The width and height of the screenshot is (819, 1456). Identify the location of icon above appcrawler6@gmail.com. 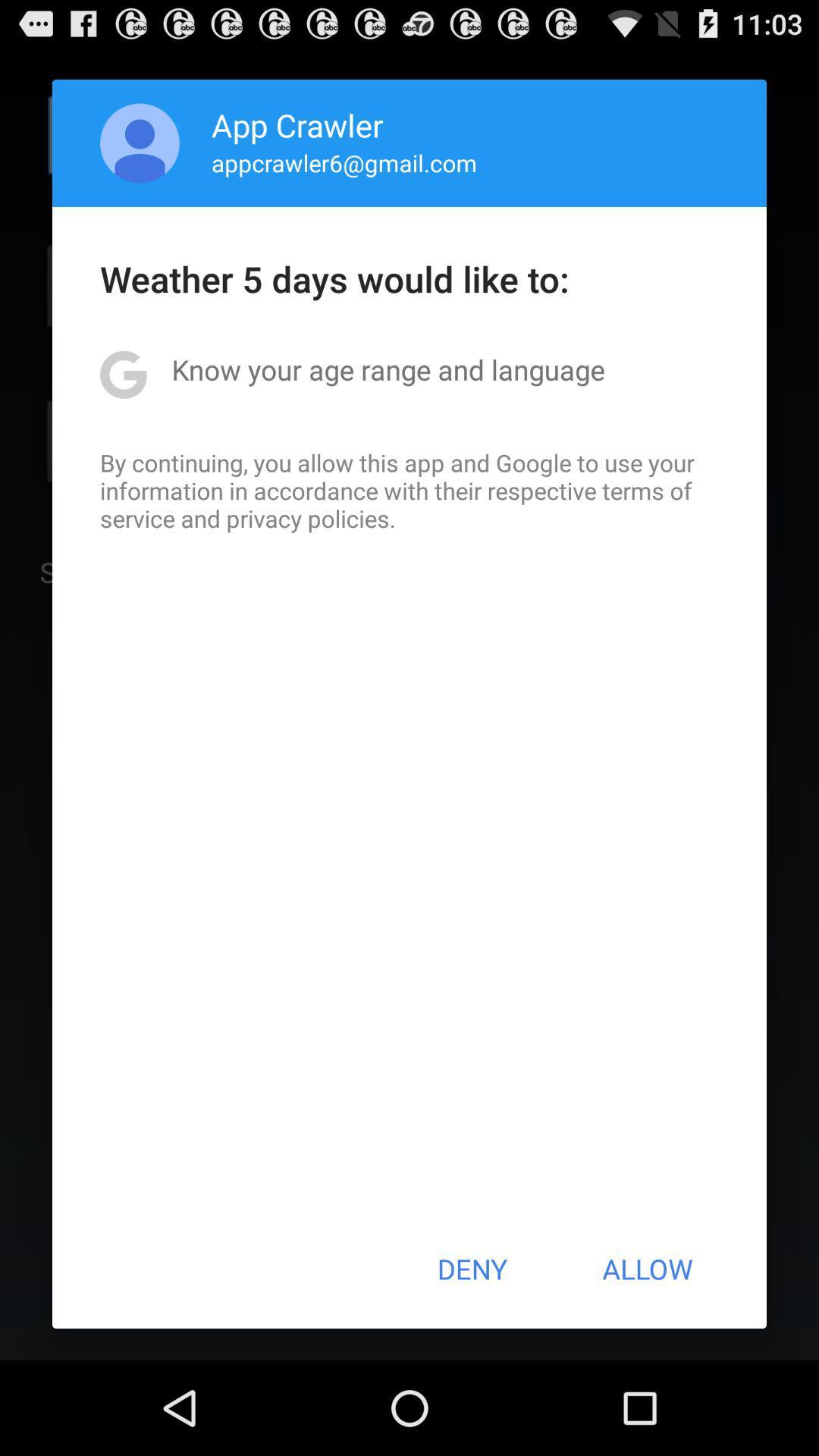
(297, 124).